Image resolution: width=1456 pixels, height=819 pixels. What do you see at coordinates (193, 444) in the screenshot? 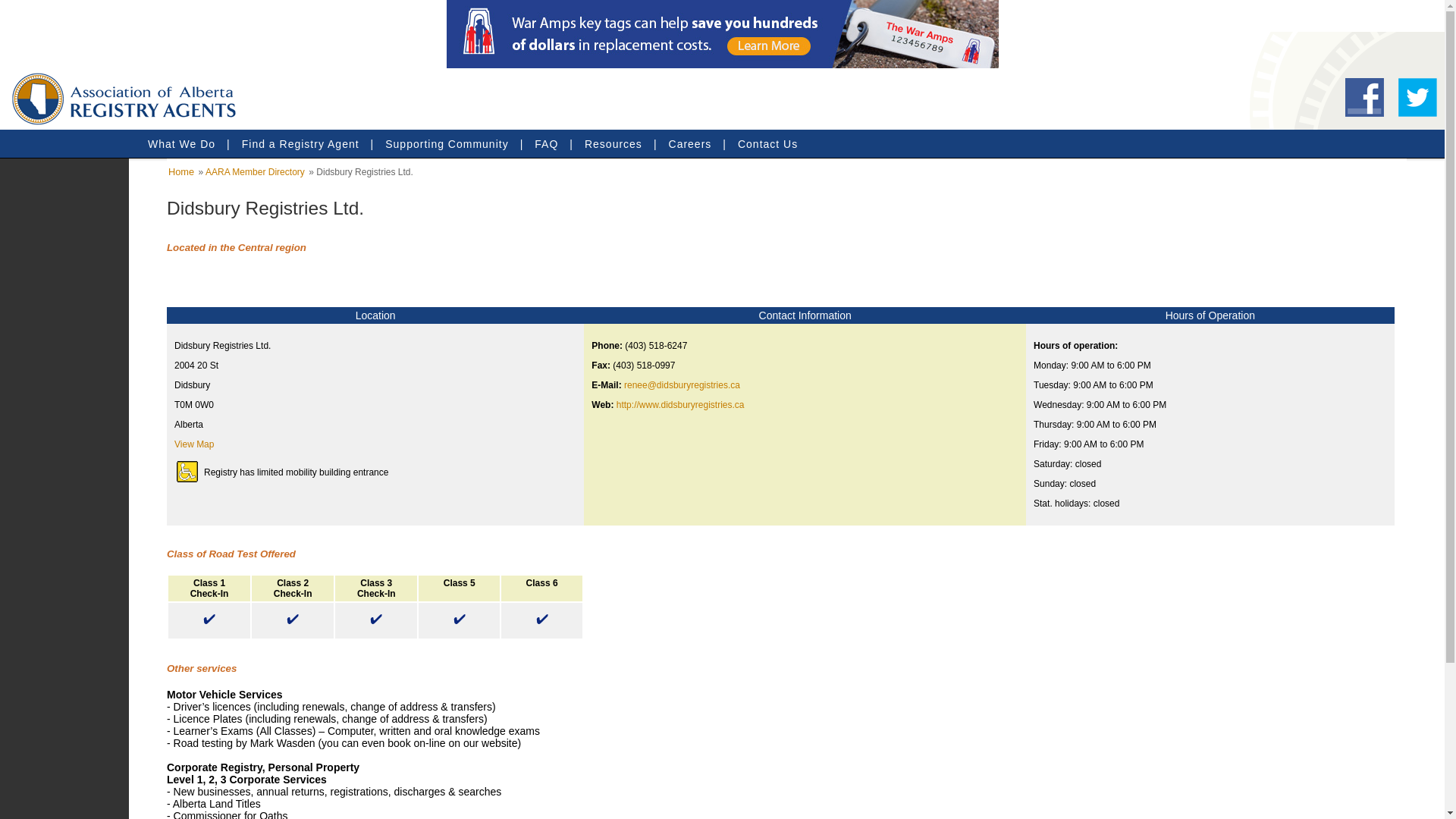
I see `'View Map'` at bounding box center [193, 444].